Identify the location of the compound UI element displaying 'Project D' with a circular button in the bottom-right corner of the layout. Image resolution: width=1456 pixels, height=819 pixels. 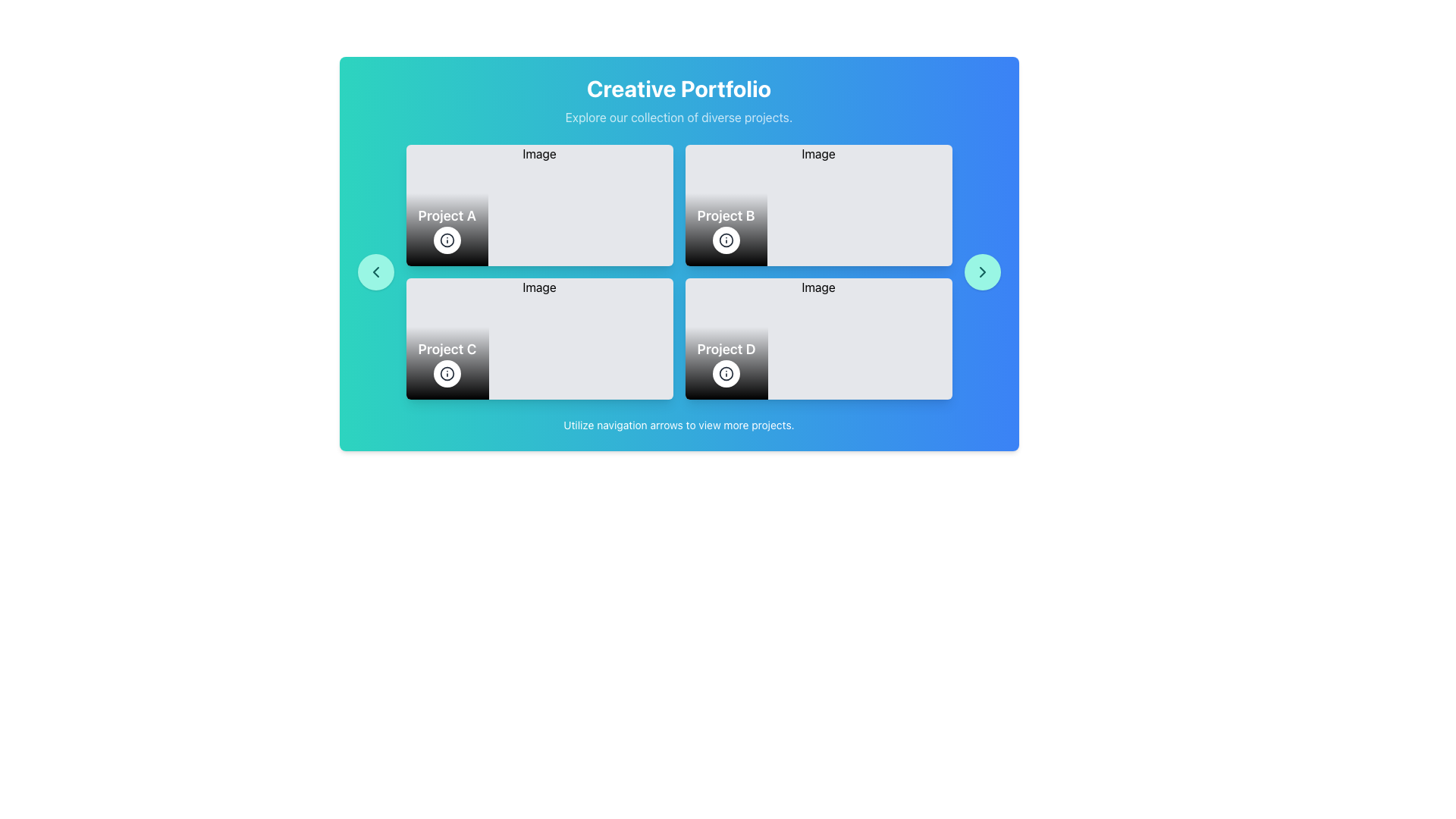
(726, 362).